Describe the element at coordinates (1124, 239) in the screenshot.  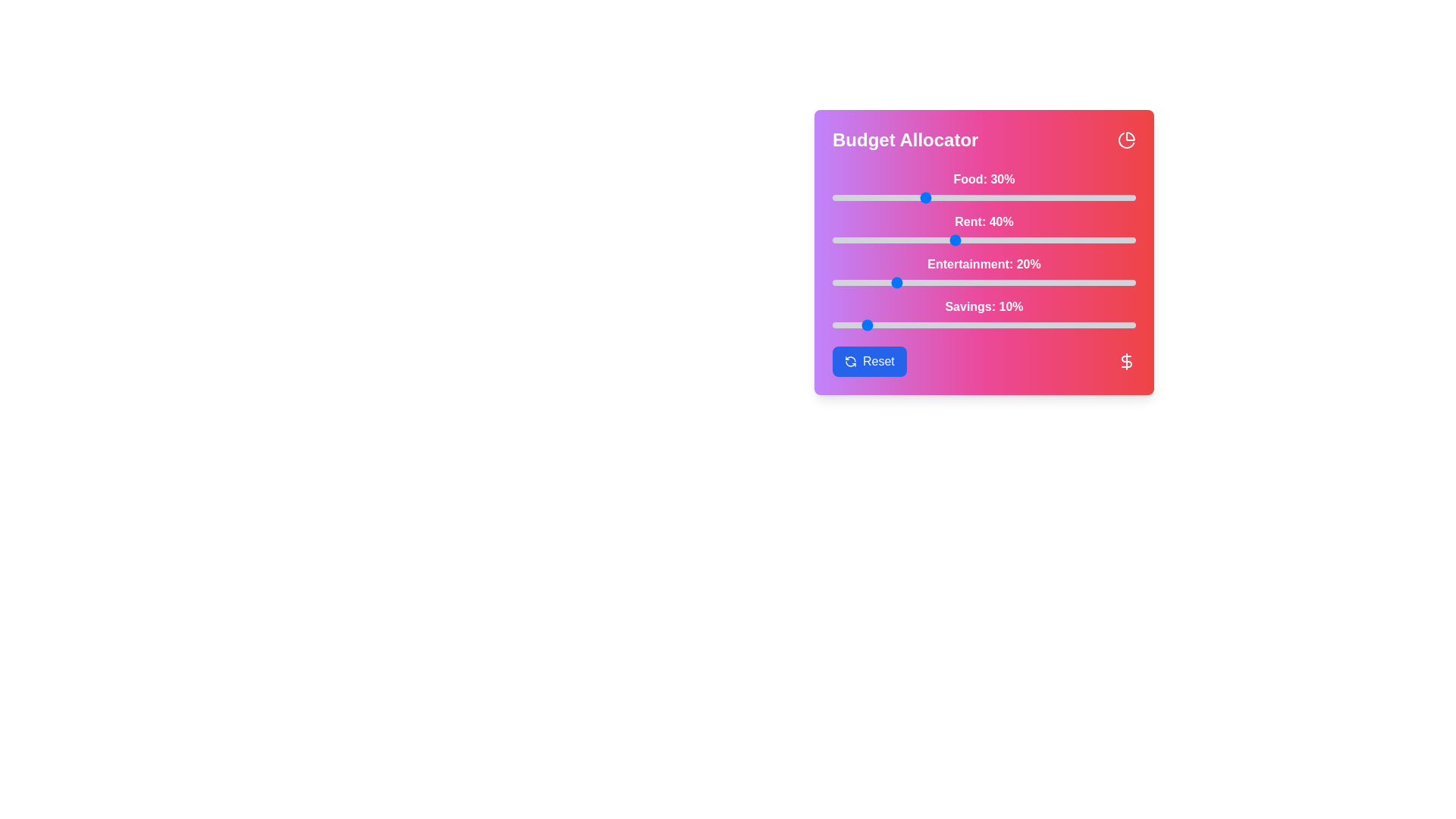
I see `the rent allocation` at that location.